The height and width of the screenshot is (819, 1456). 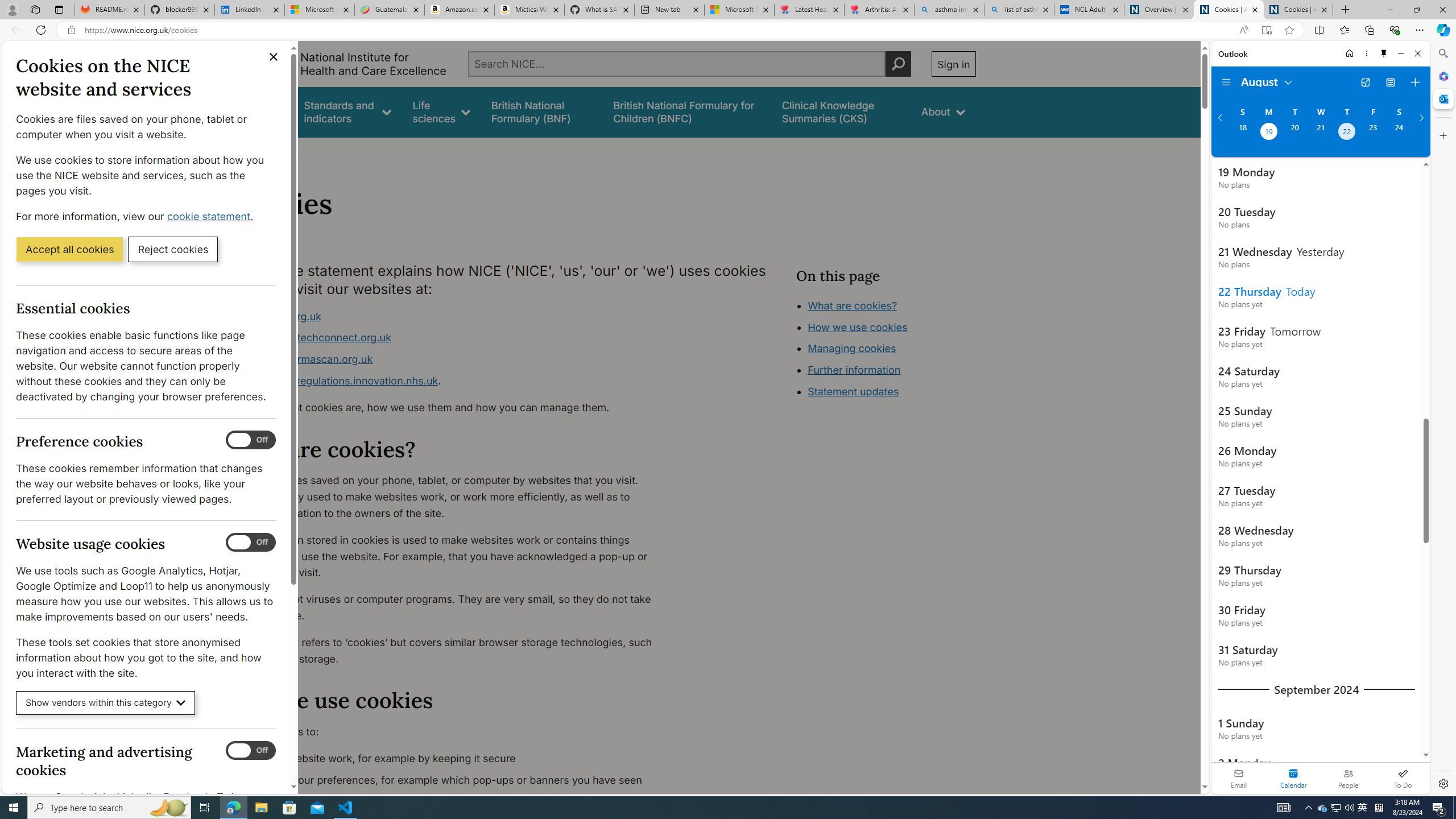 I want to click on 'Selected calendar module. Date today is 22', so click(x=1293, y=777).